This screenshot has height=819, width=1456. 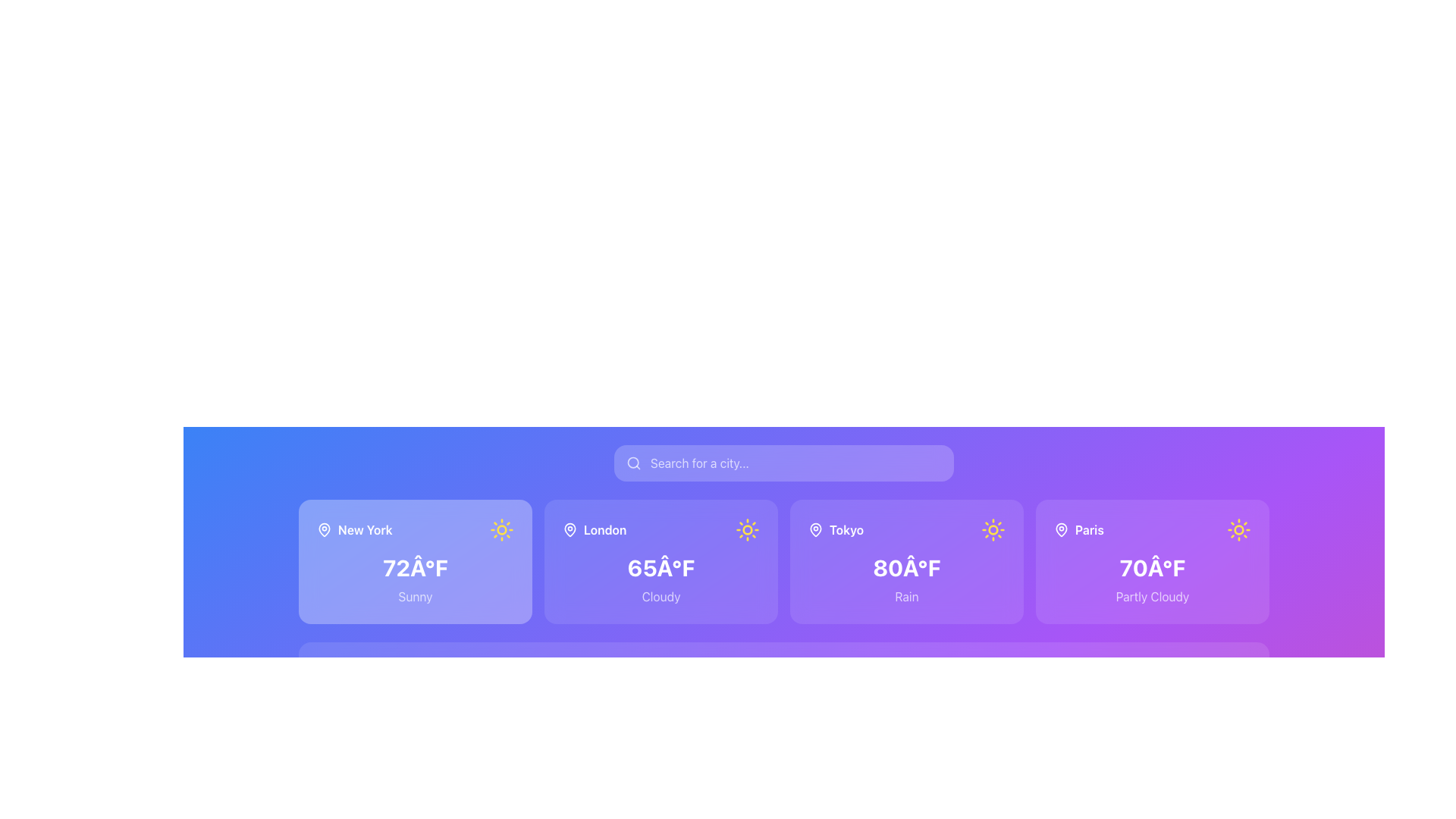 What do you see at coordinates (1153, 529) in the screenshot?
I see `the information displayed on the 'Paris' Label with icons, which includes the location name 'Paris' and associated weather icons, located within the Paris card of the weather dashboard` at bounding box center [1153, 529].